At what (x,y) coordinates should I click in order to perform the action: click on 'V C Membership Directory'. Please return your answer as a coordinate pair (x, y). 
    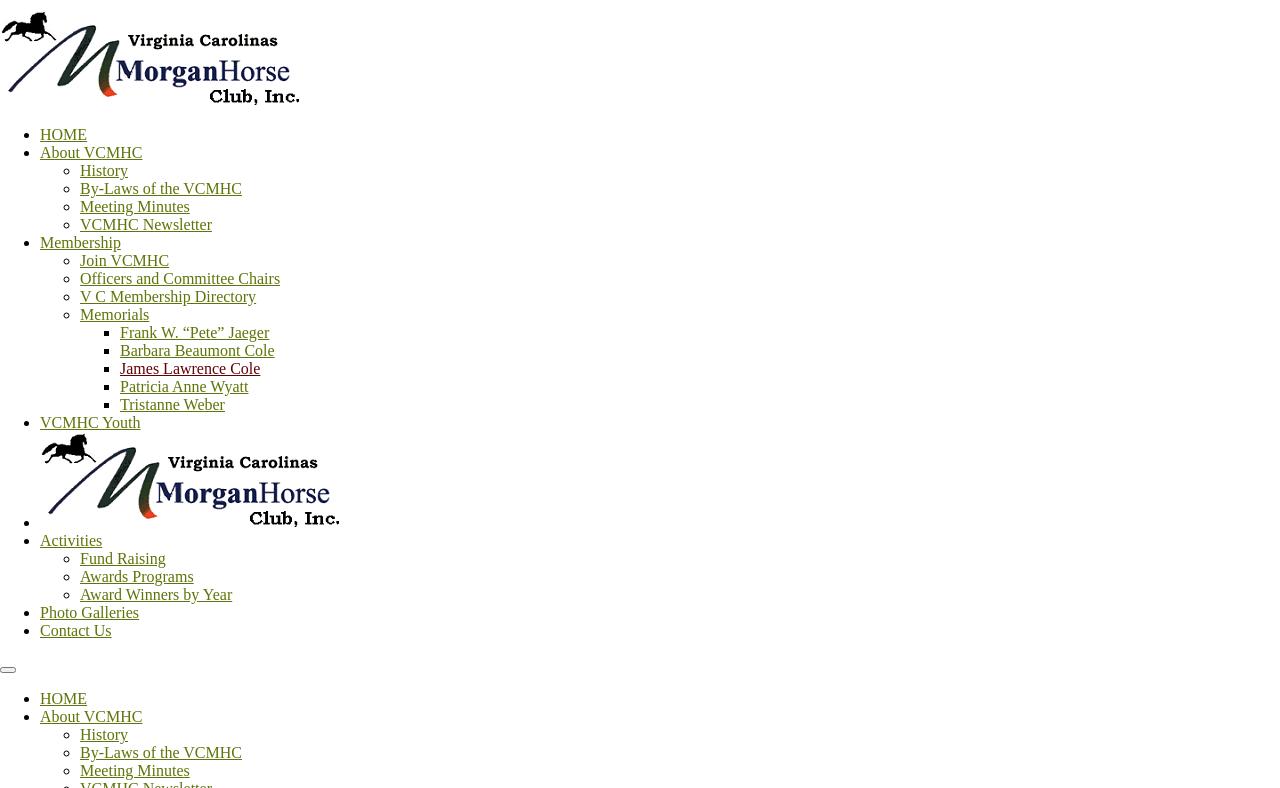
    Looking at the image, I should click on (168, 296).